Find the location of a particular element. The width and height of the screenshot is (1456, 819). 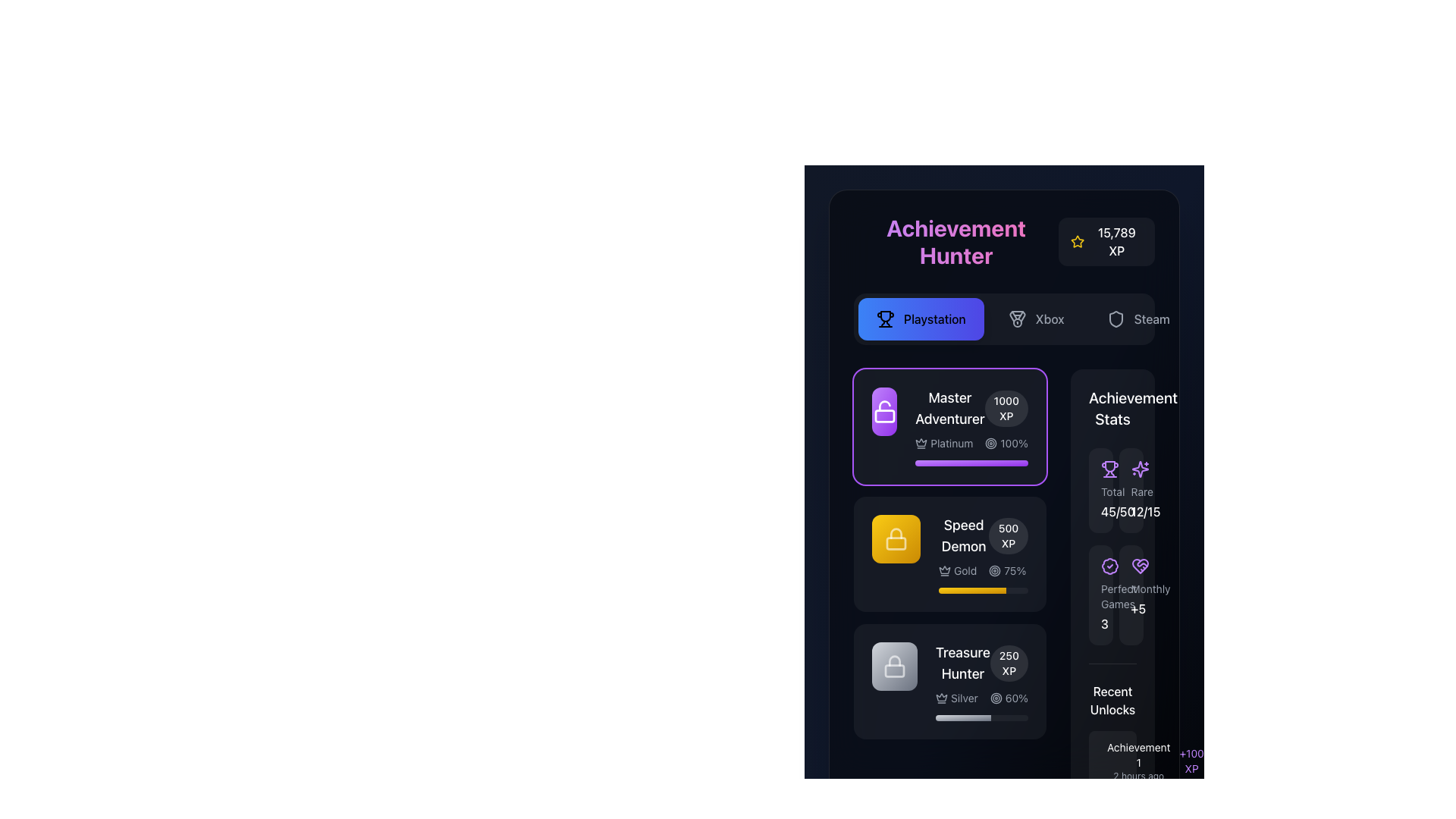

the 'Master Adventurer' achievement label is located at coordinates (971, 408).